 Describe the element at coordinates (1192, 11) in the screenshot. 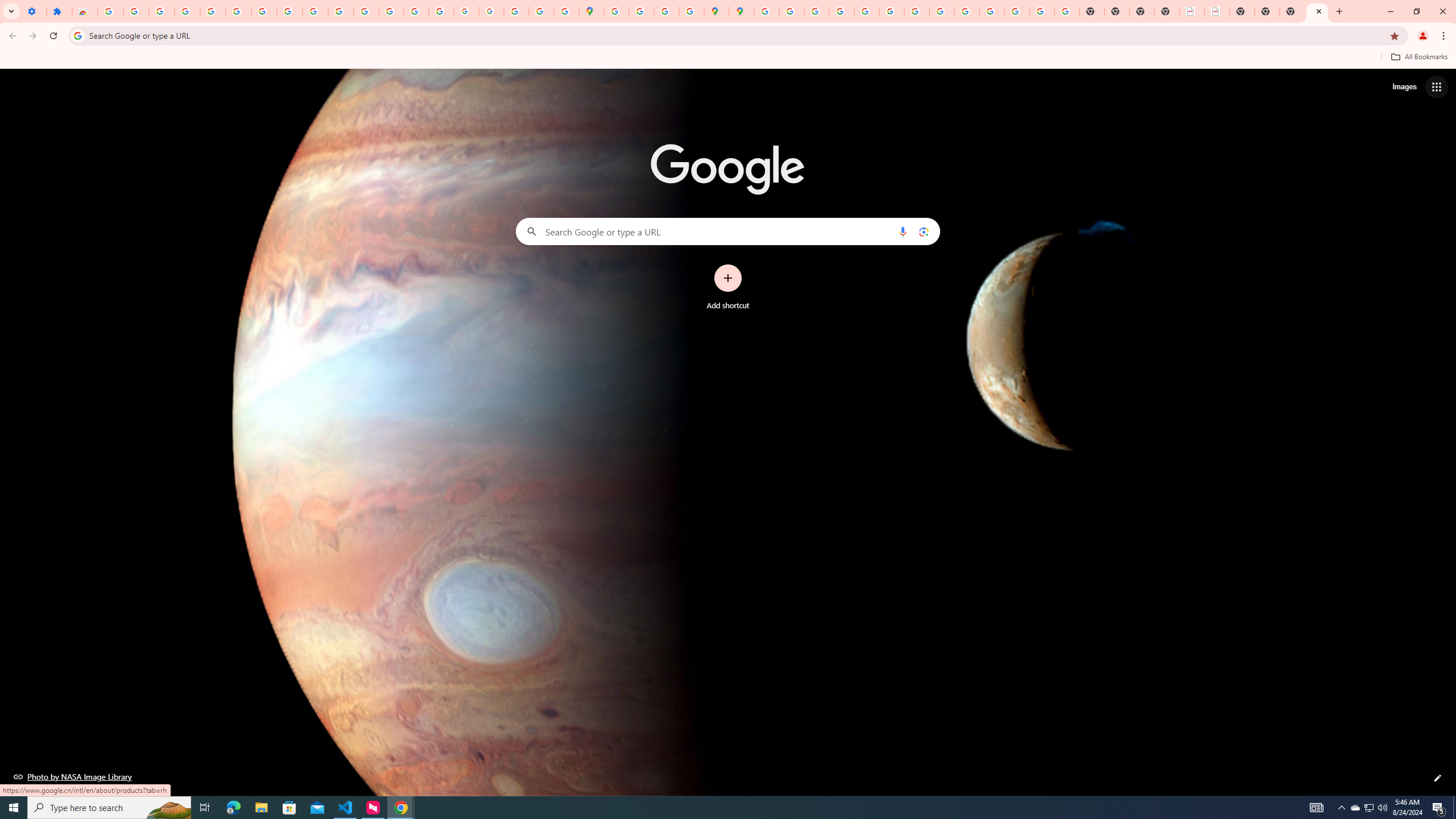

I see `'LAAD Defence & Security 2025 | BAE Systems'` at that location.